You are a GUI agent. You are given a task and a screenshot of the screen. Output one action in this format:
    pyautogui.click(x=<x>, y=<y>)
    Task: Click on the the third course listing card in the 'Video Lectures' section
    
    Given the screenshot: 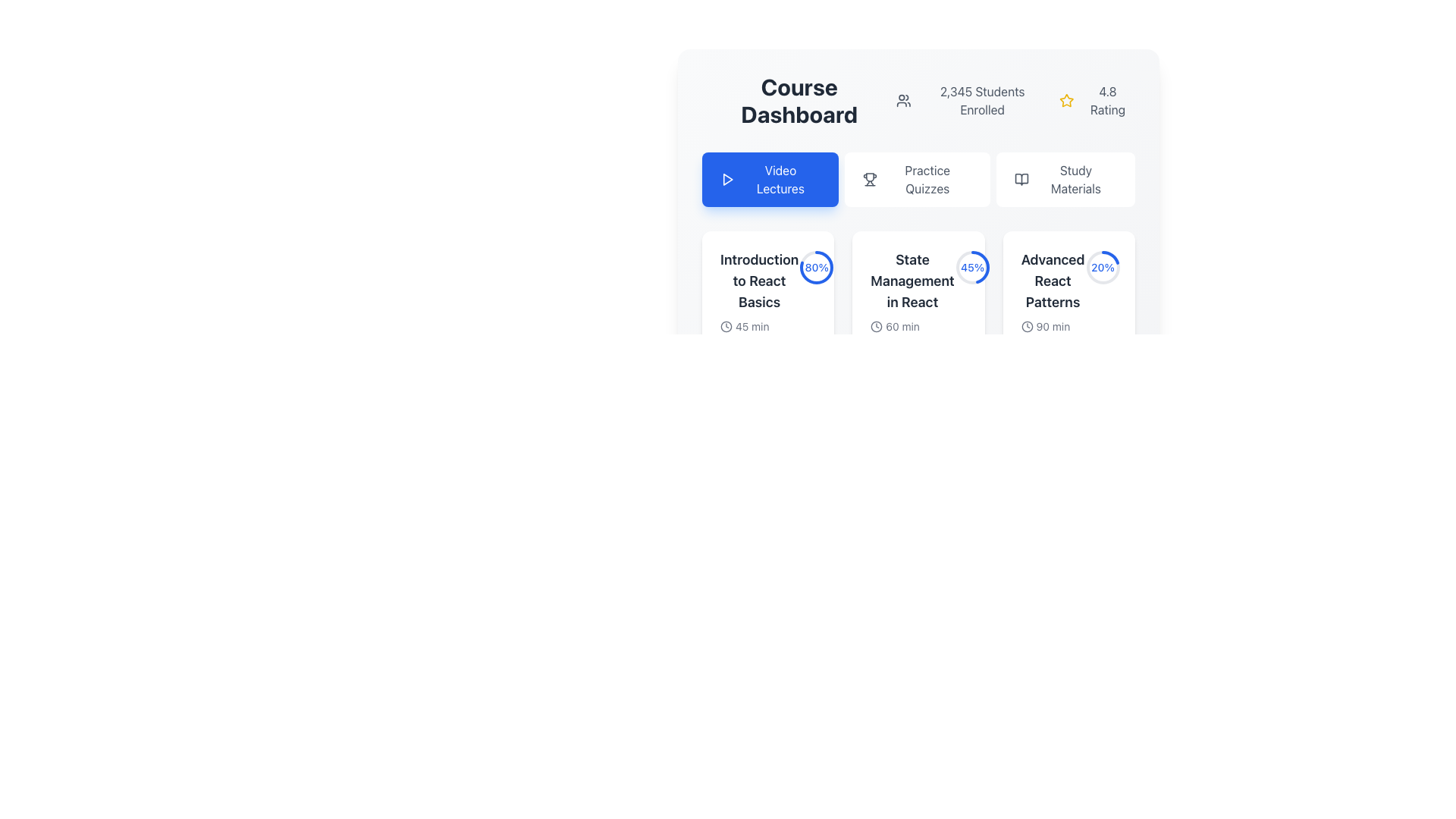 What is the action you would take?
    pyautogui.click(x=1052, y=309)
    